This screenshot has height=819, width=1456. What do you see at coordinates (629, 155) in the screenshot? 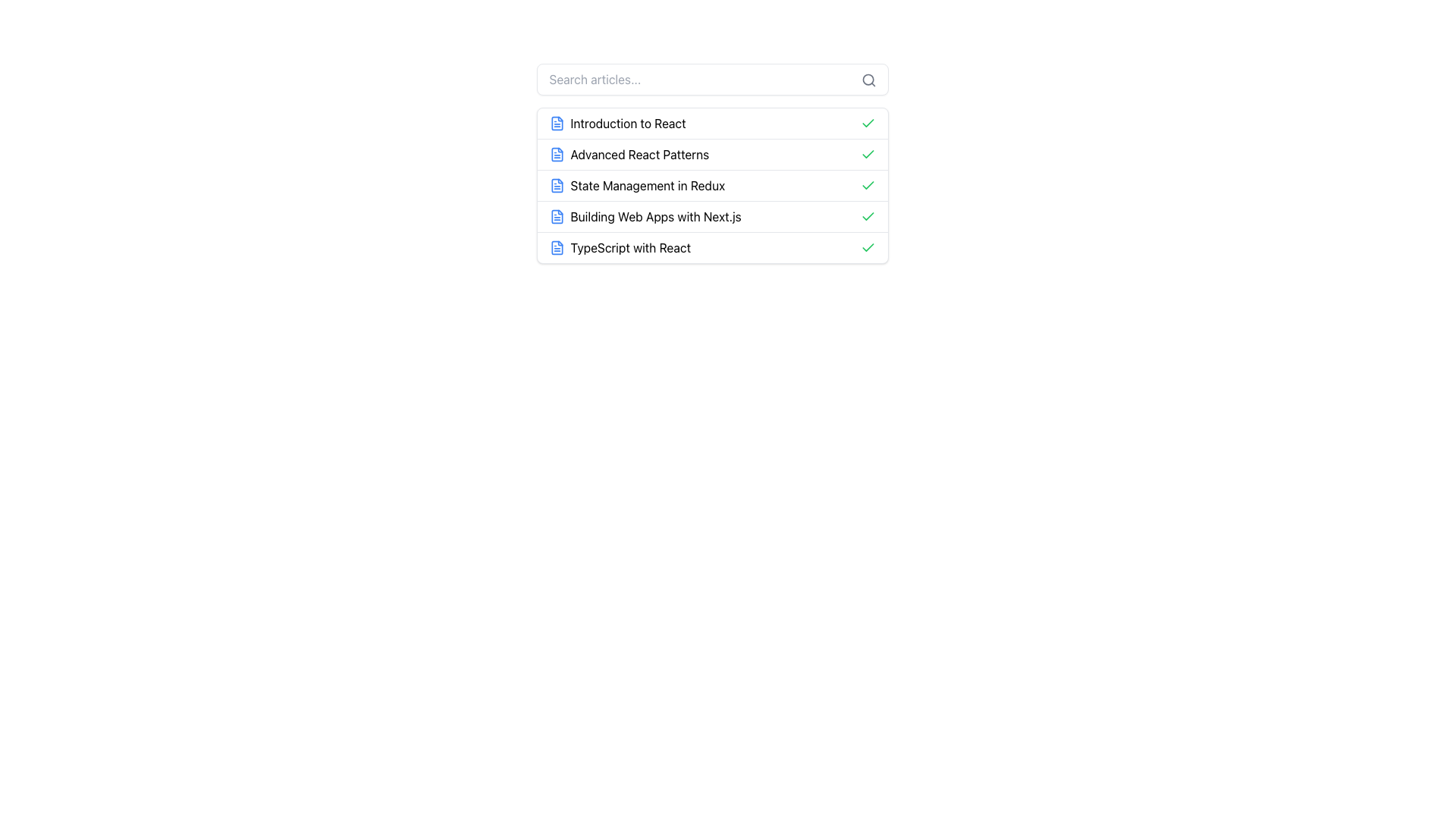
I see `the 'Advanced React Patterns' list item, which is the second row in the list` at bounding box center [629, 155].